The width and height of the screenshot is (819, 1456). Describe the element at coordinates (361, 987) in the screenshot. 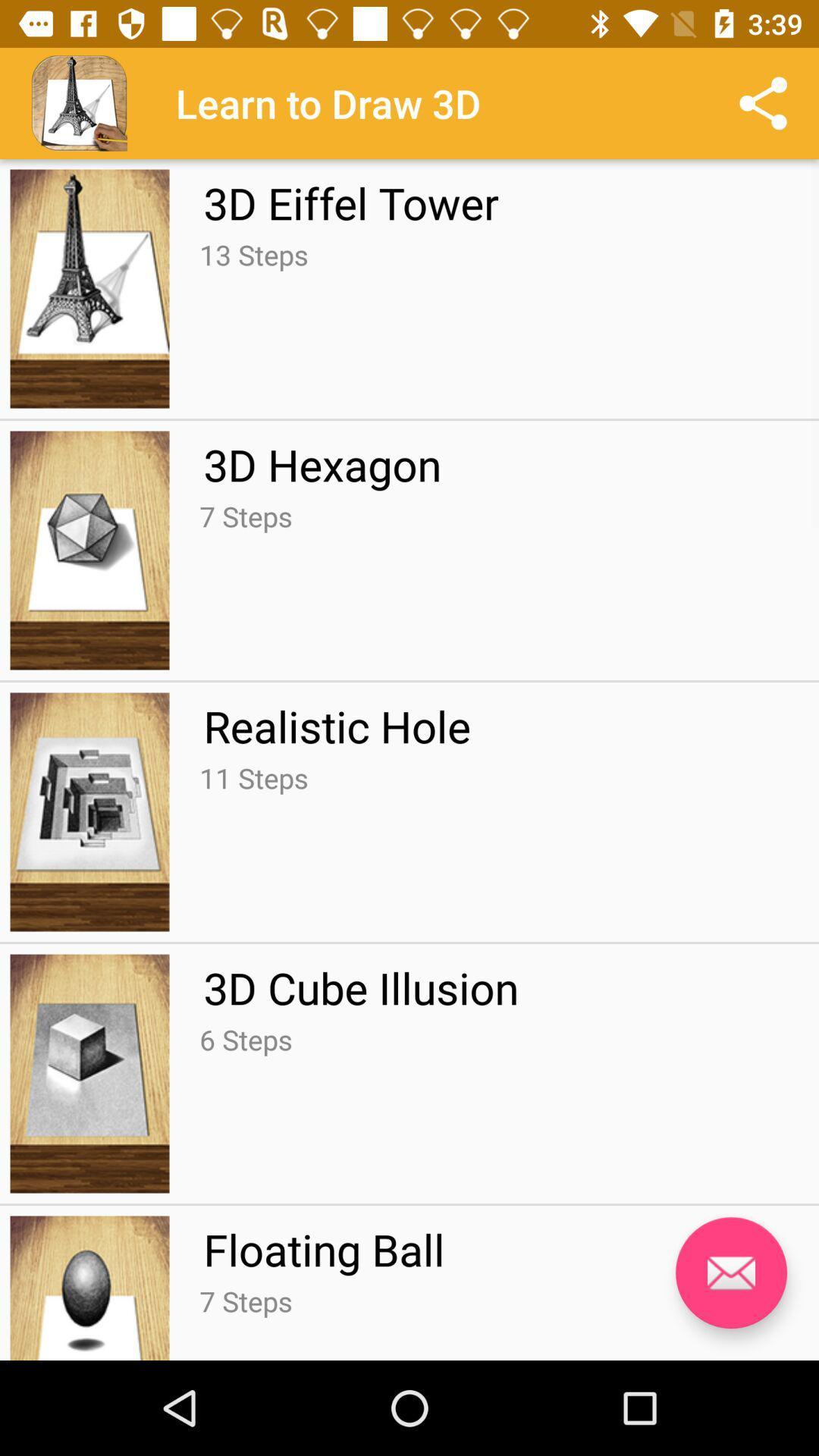

I see `item below the 11 steps app` at that location.